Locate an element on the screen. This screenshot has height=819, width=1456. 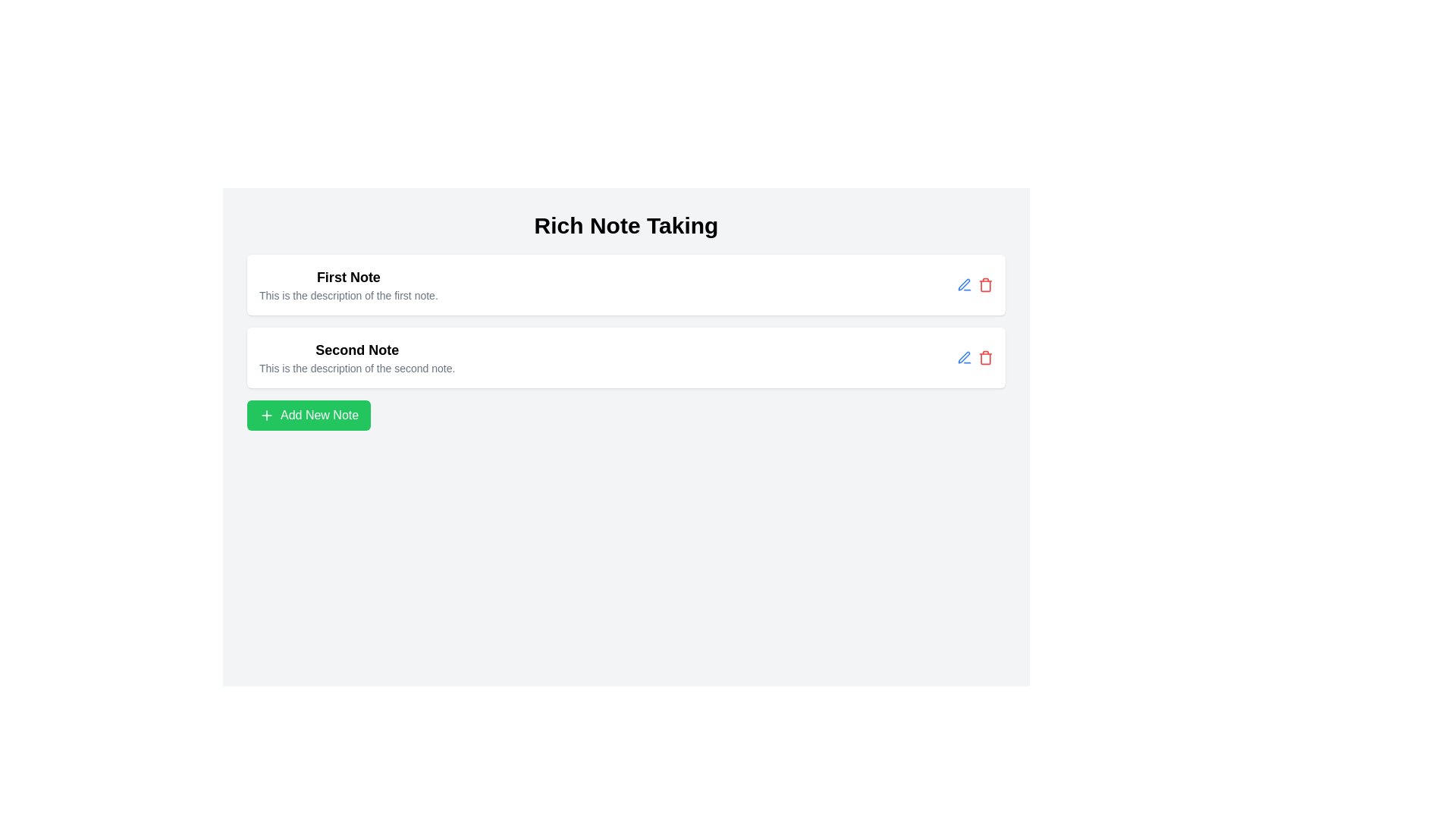
the edit button icon located in the second row of note entries, to the right of the 'Second Note' text, revealing additional information is located at coordinates (963, 284).